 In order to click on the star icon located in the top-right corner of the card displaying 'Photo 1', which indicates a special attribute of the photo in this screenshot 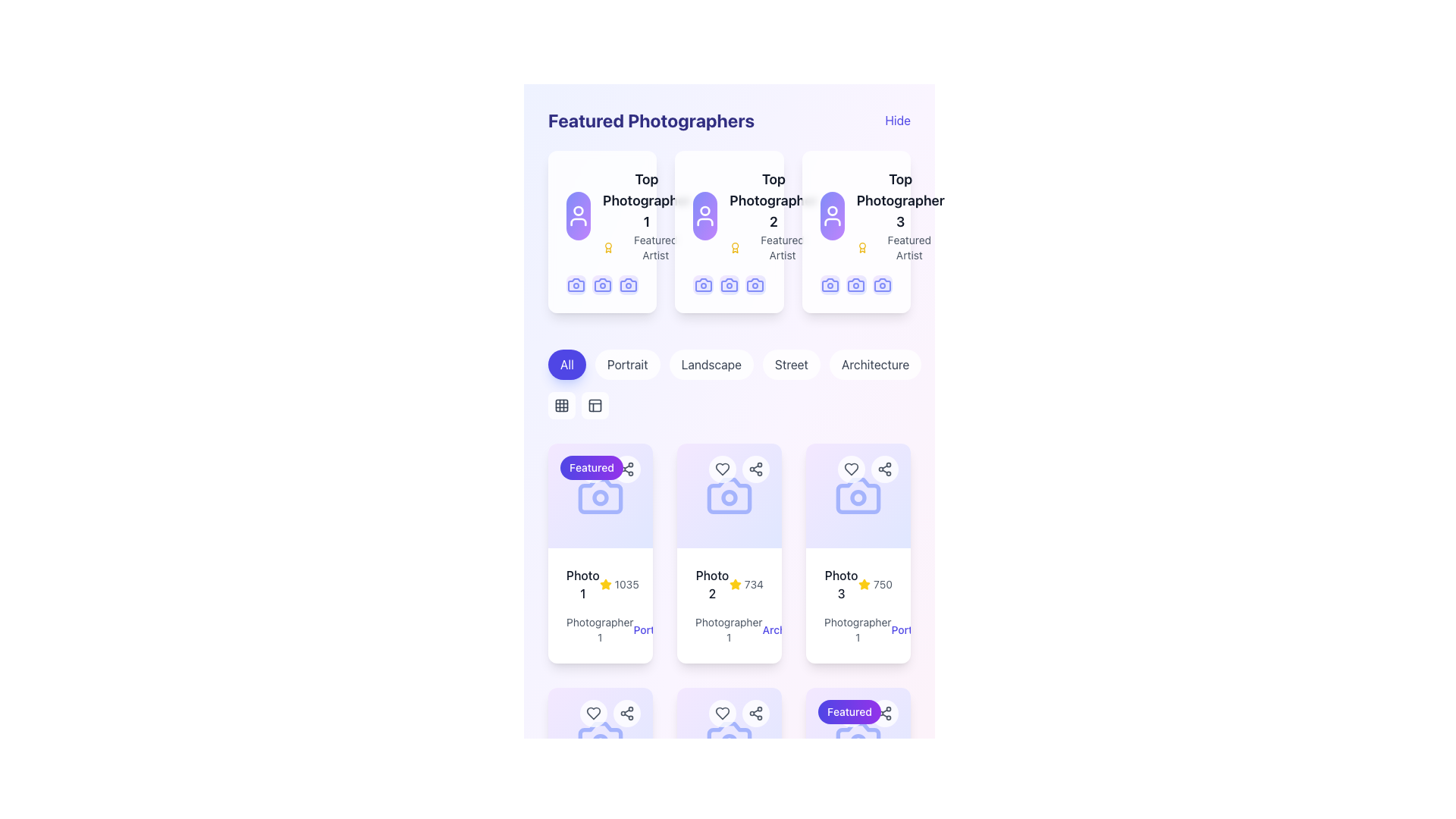, I will do `click(604, 584)`.